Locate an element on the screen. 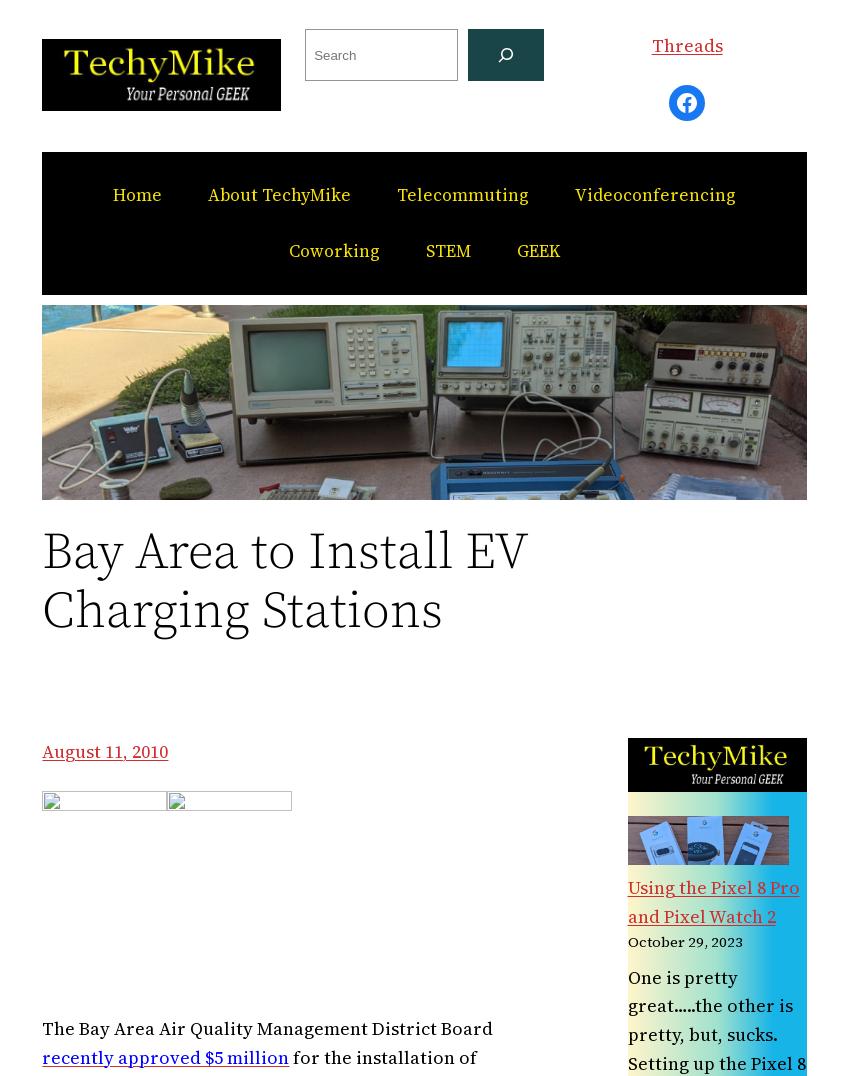  'Videoconferencing' is located at coordinates (655, 193).